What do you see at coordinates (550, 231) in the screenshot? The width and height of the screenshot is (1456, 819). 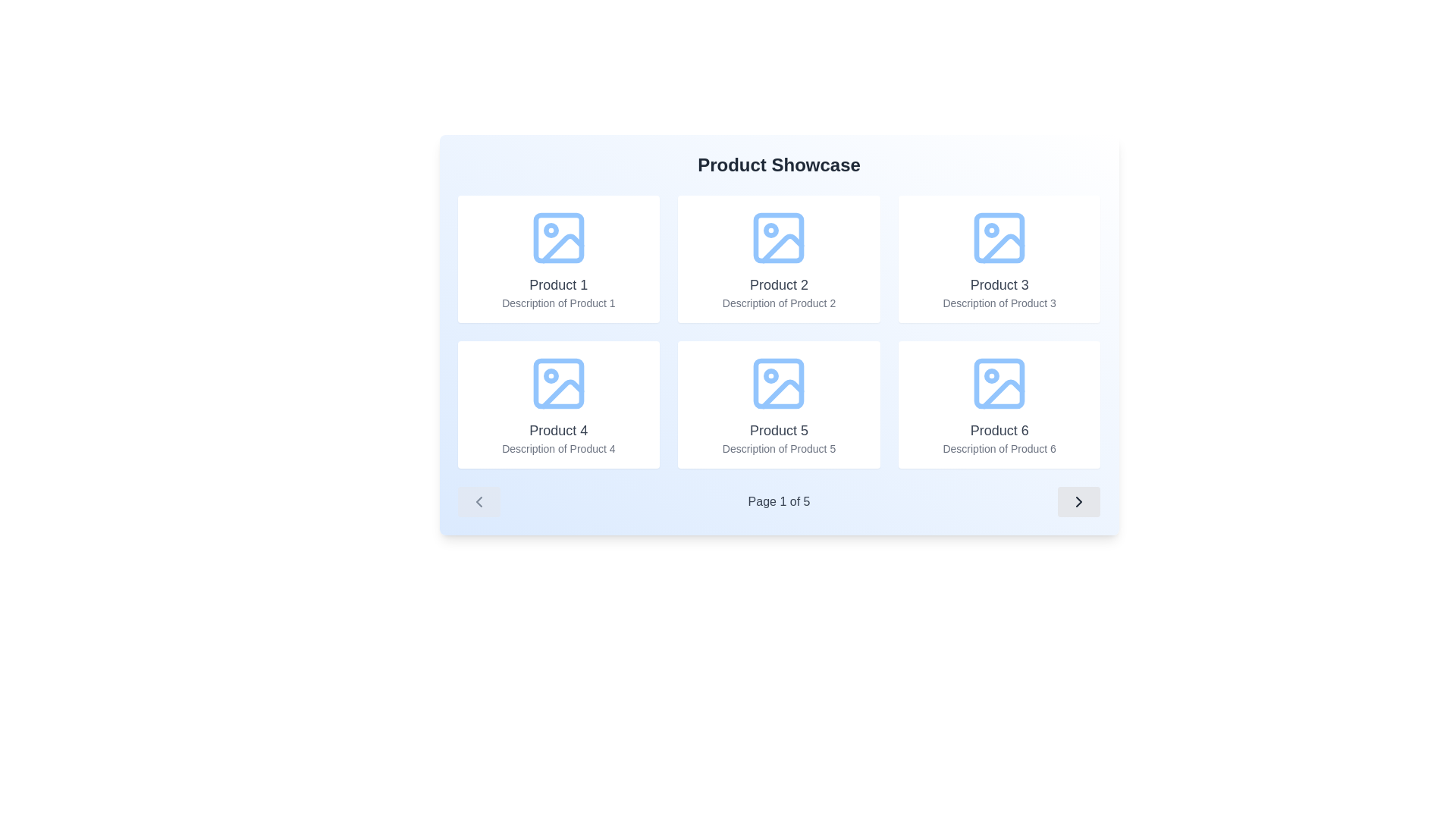 I see `the small circular dot located within the icon graphic of the first product in the grid, which is near the top-left corner` at bounding box center [550, 231].